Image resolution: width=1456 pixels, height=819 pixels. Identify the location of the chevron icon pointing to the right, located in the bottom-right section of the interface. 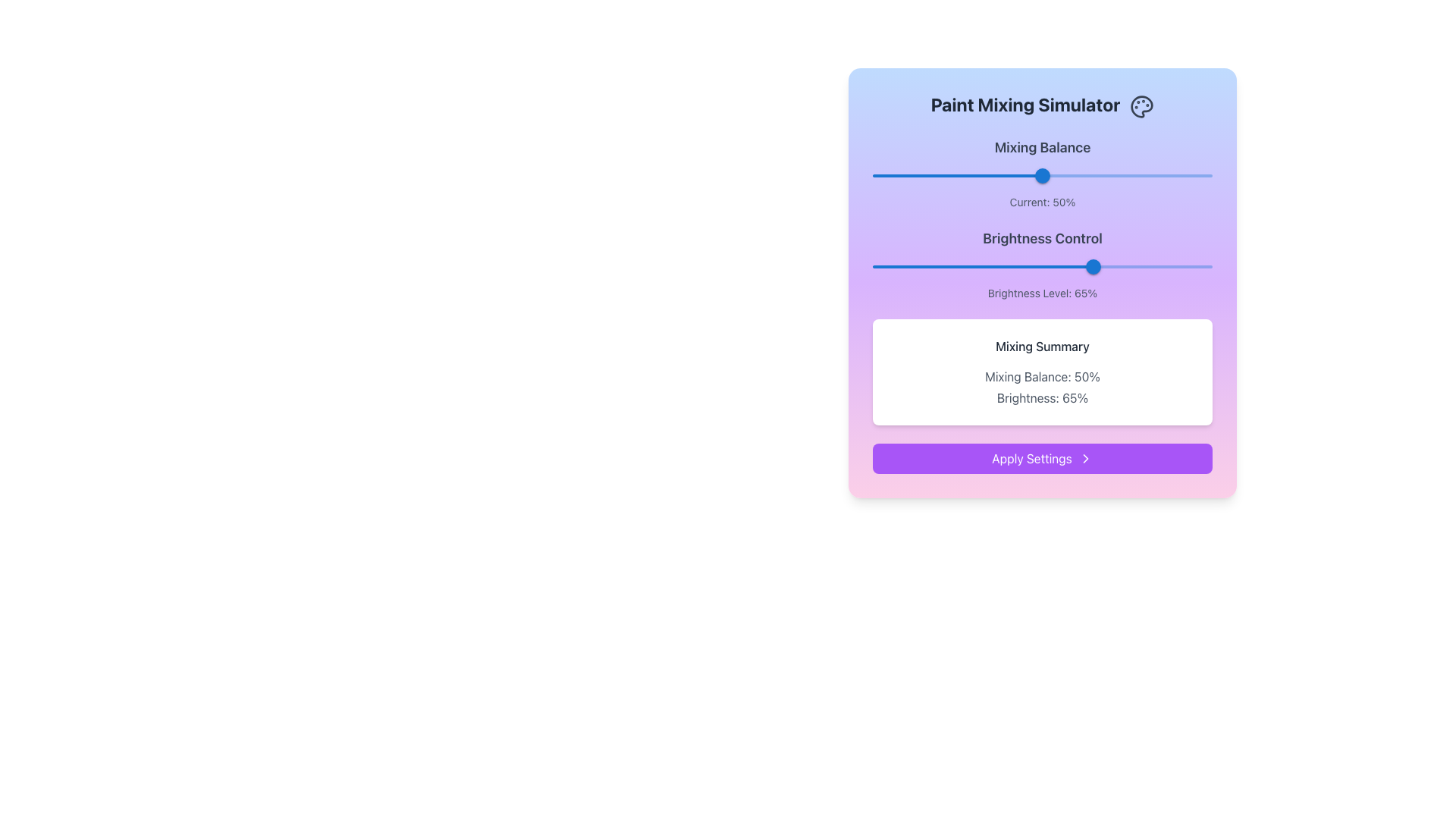
(1084, 457).